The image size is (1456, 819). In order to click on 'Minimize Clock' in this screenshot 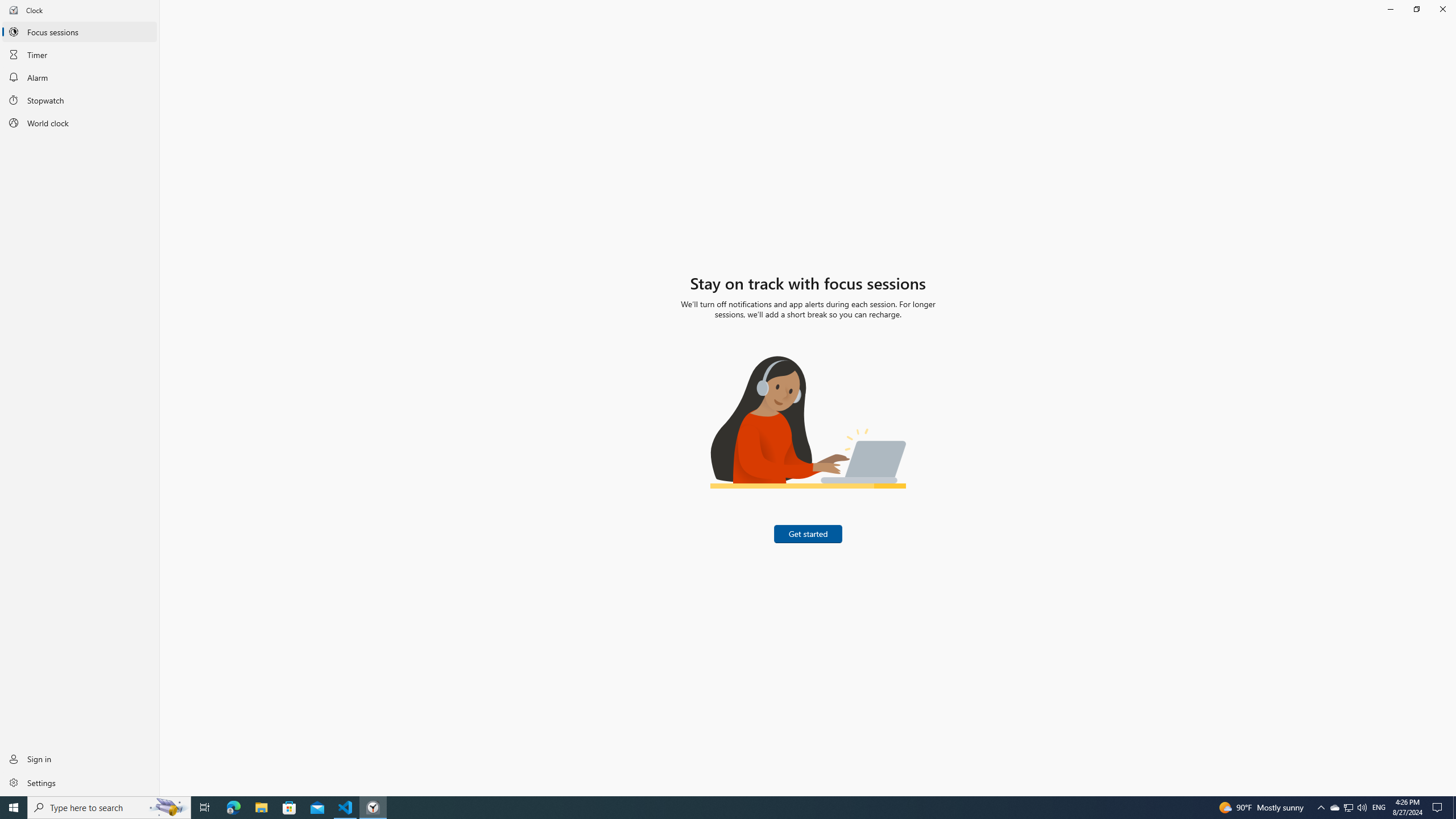, I will do `click(1389, 9)`.